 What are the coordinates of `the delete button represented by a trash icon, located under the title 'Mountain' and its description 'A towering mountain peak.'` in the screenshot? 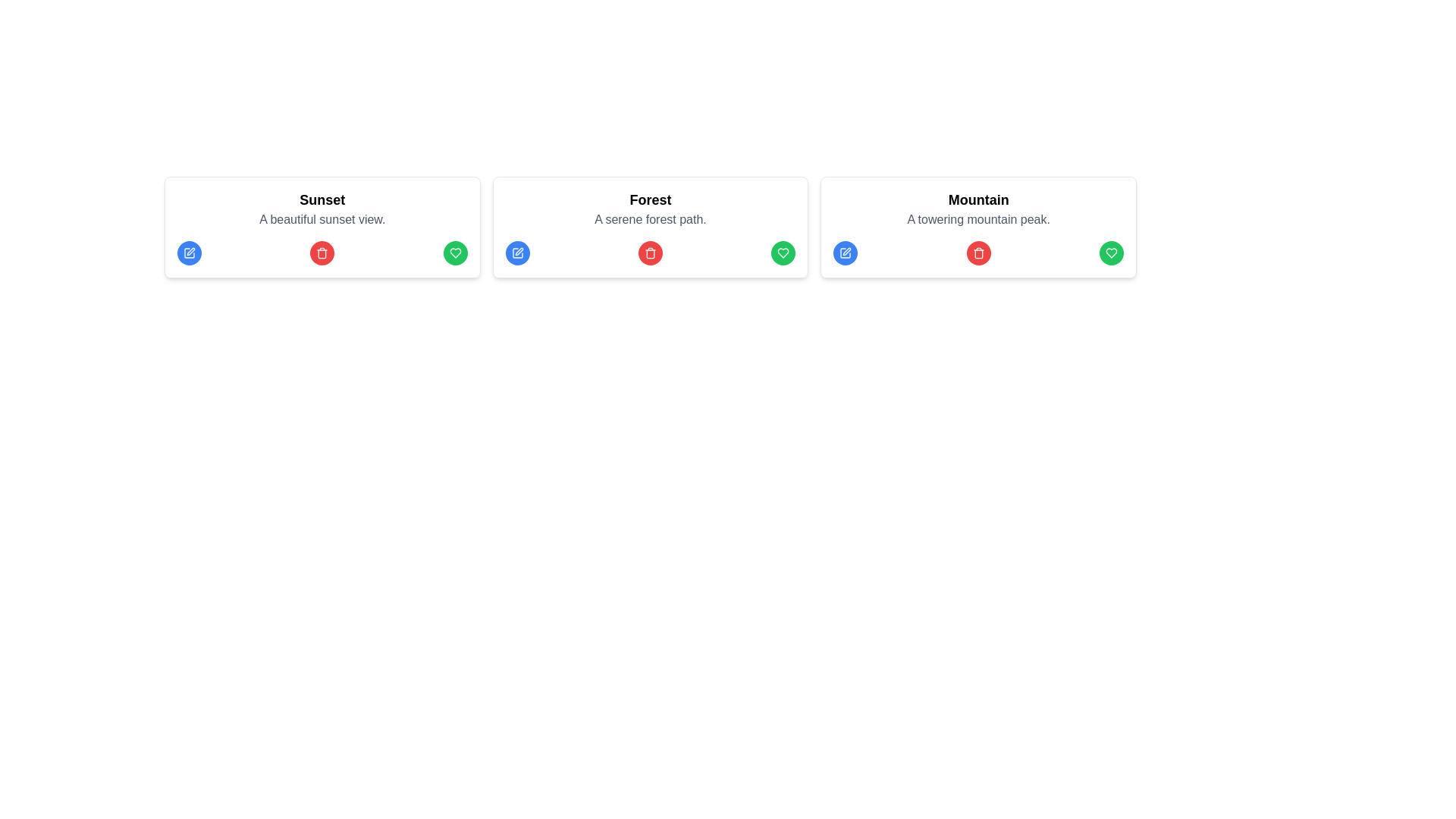 It's located at (978, 253).